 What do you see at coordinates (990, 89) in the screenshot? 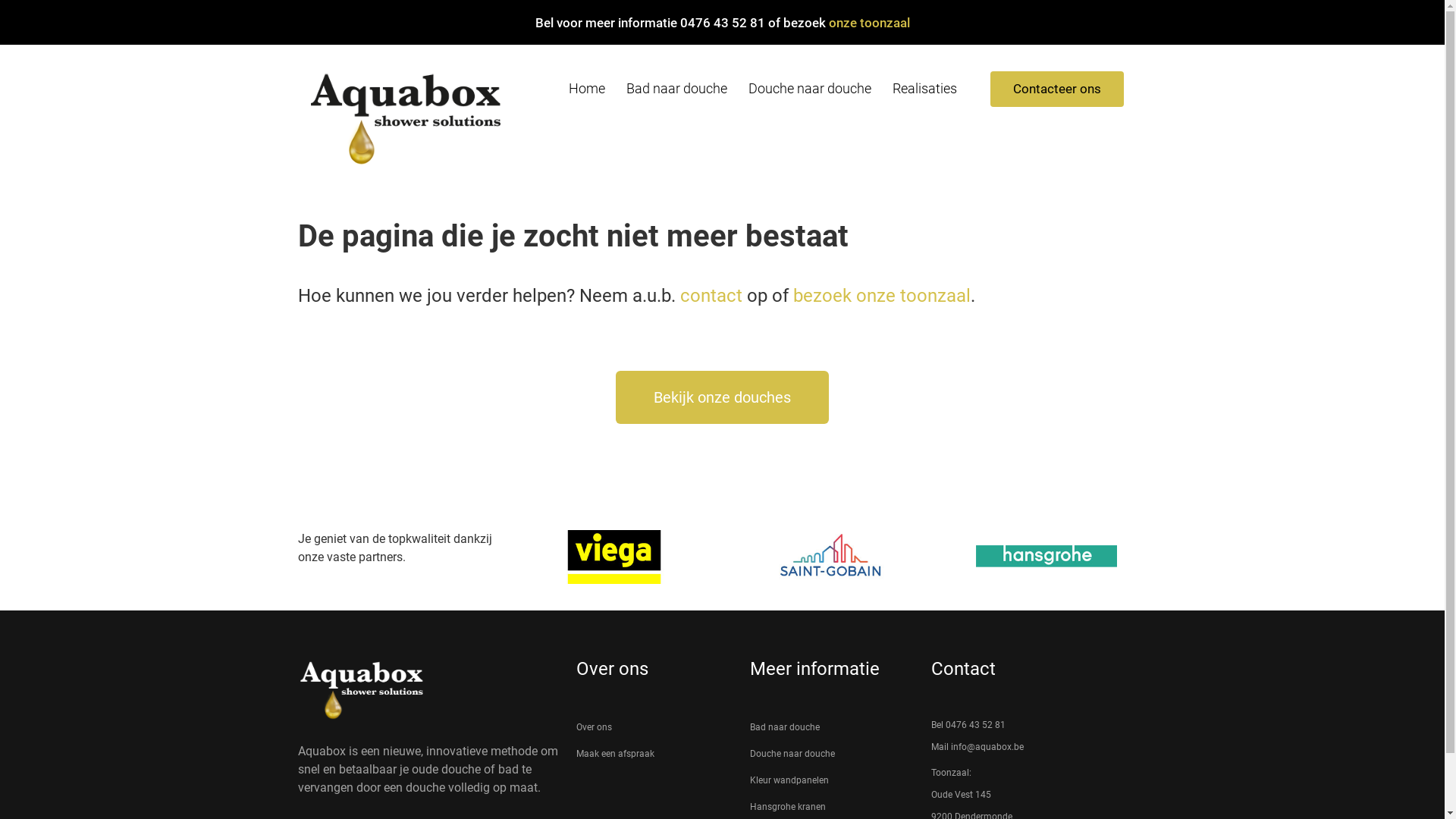
I see `'Contacteer ons'` at bounding box center [990, 89].